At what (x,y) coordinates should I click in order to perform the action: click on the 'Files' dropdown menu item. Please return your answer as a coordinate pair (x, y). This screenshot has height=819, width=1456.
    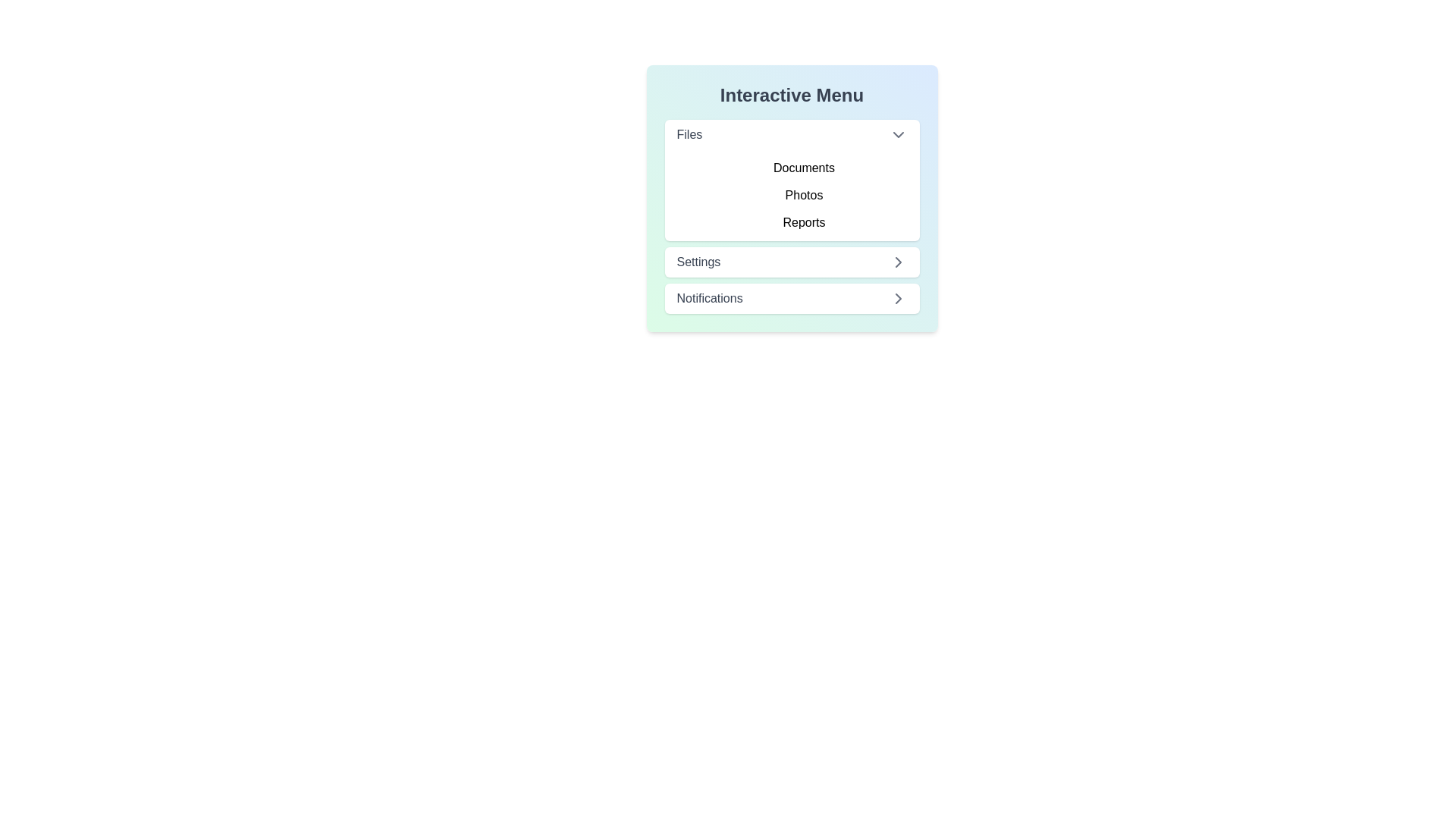
    Looking at the image, I should click on (791, 133).